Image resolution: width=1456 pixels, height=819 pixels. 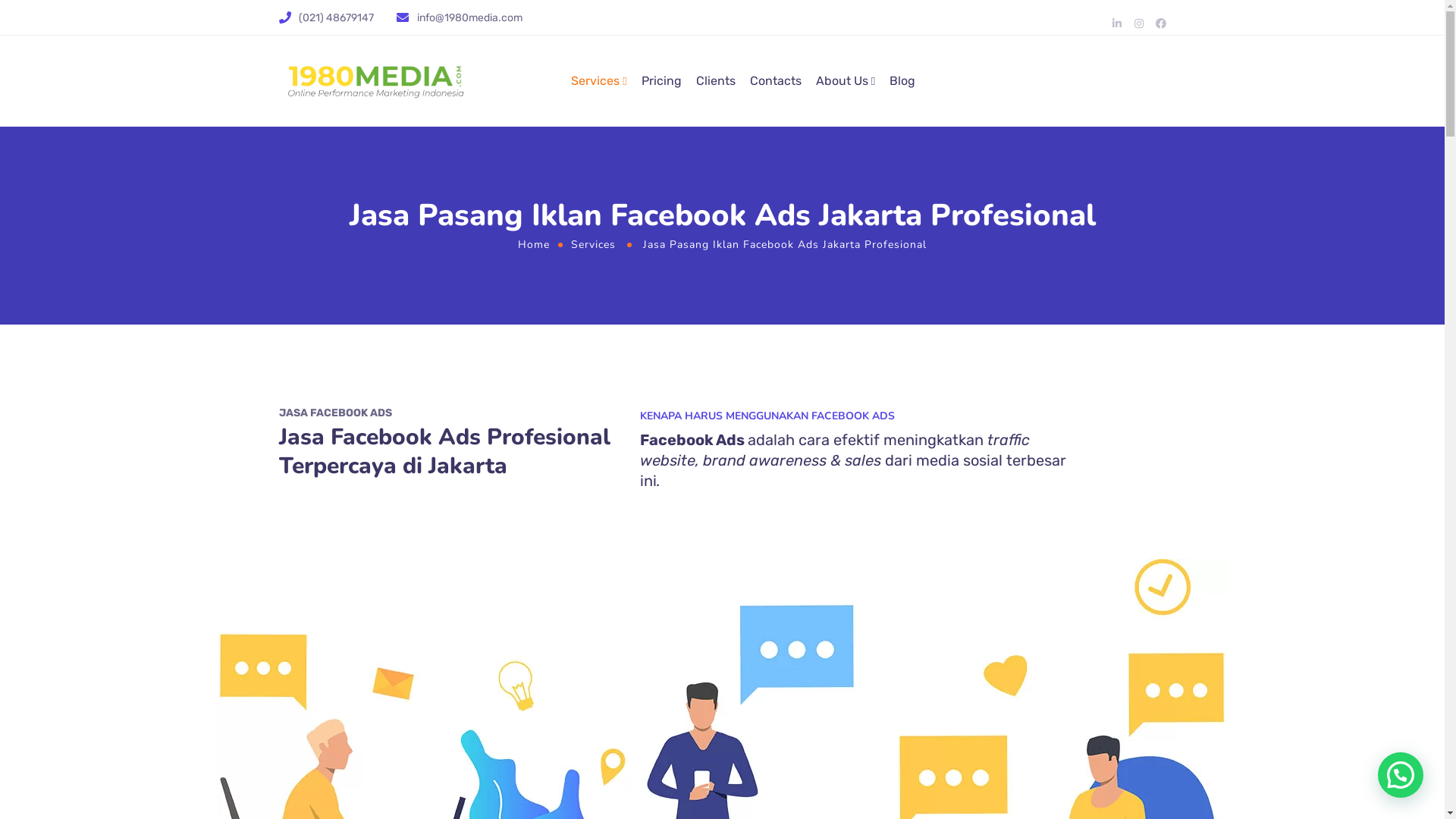 I want to click on 'Pricing', so click(x=661, y=81).